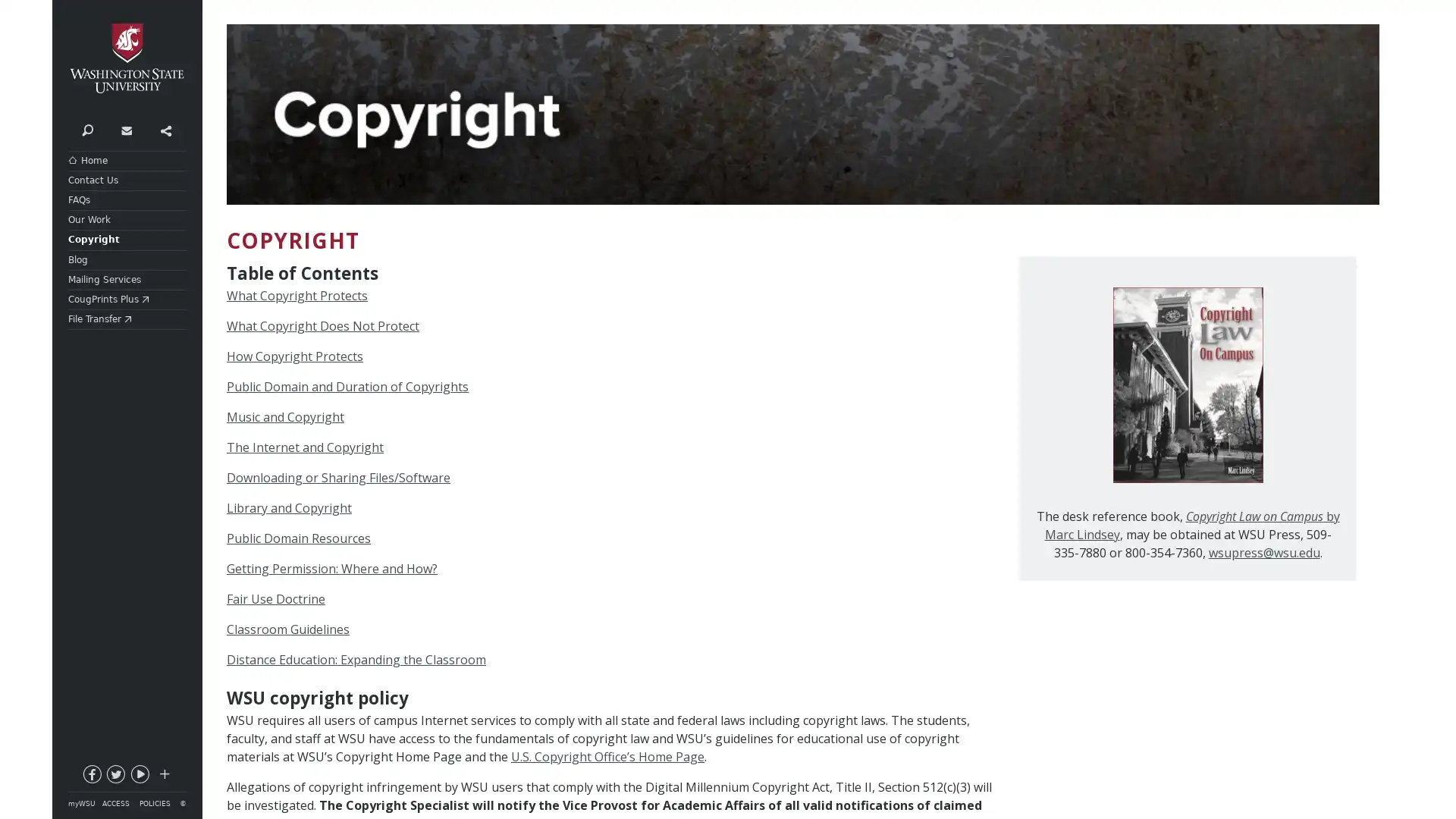 The image size is (1456, 819). Describe the element at coordinates (126, 128) in the screenshot. I see `Contact` at that location.